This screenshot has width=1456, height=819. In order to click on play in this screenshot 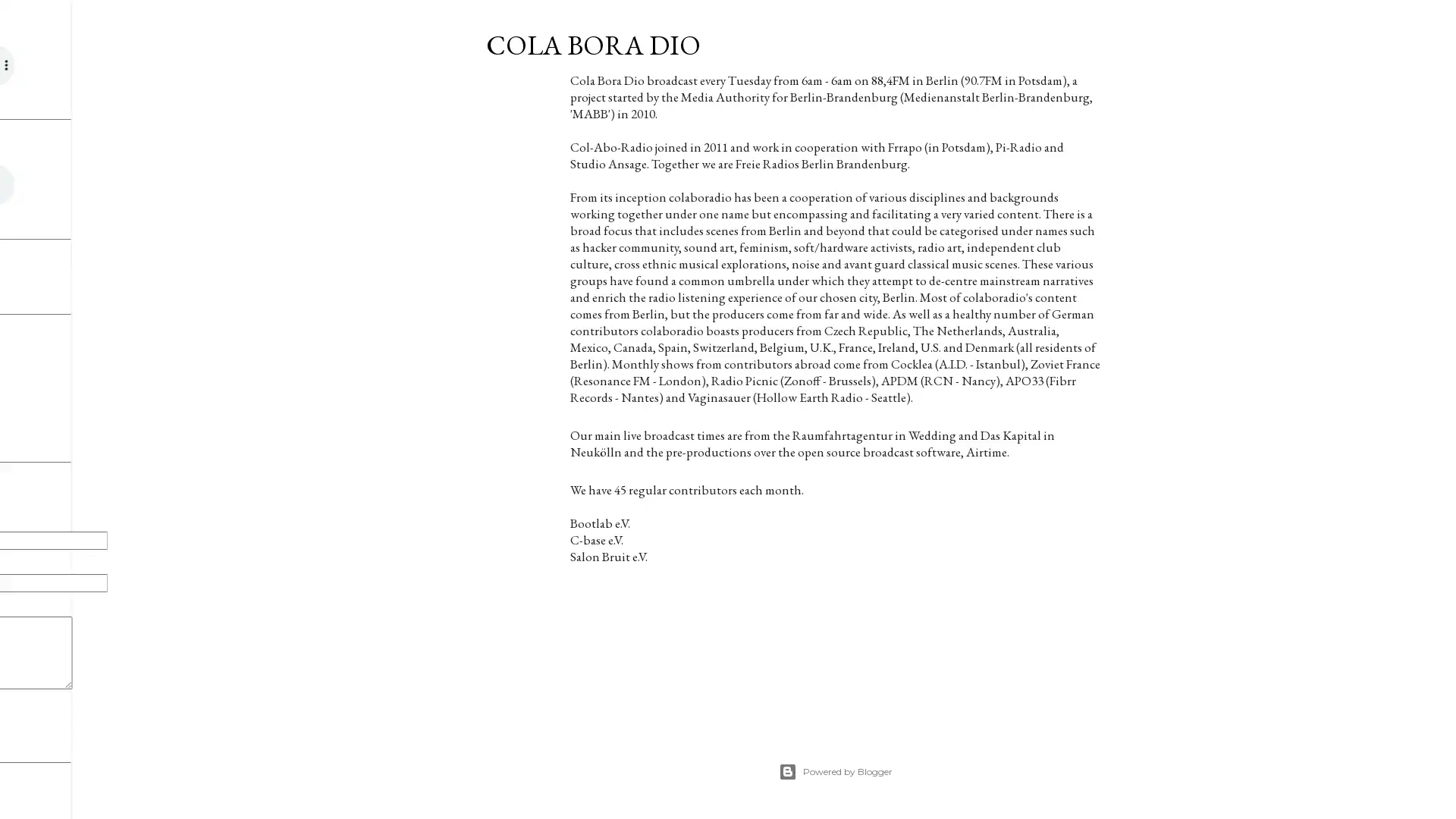, I will do `click(50, 64)`.